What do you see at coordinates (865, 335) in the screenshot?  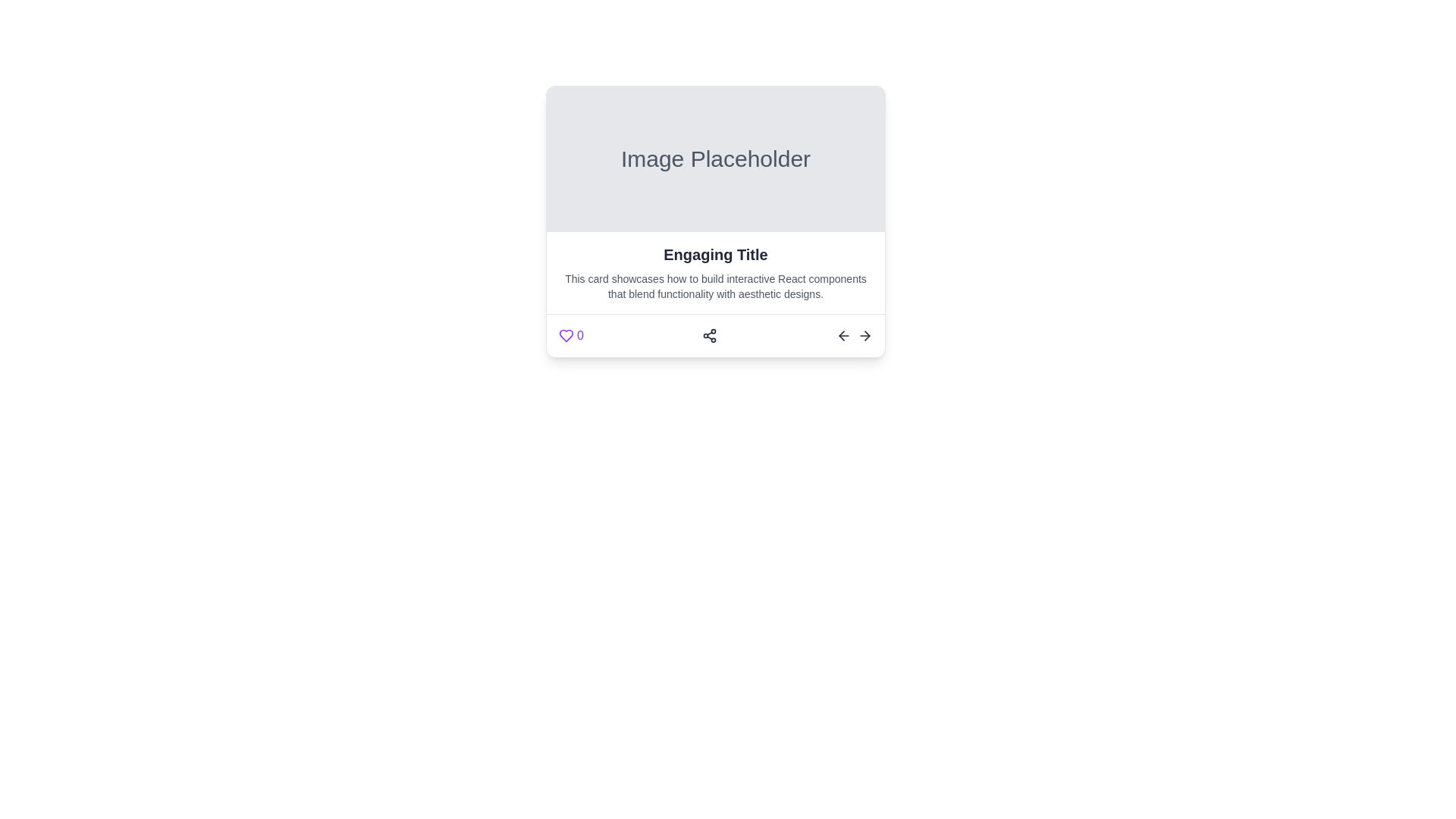 I see `the right-facing arrow button, which is a minimalist dark gray icon located in the bottom right corner of the card, to indicate interactivity` at bounding box center [865, 335].